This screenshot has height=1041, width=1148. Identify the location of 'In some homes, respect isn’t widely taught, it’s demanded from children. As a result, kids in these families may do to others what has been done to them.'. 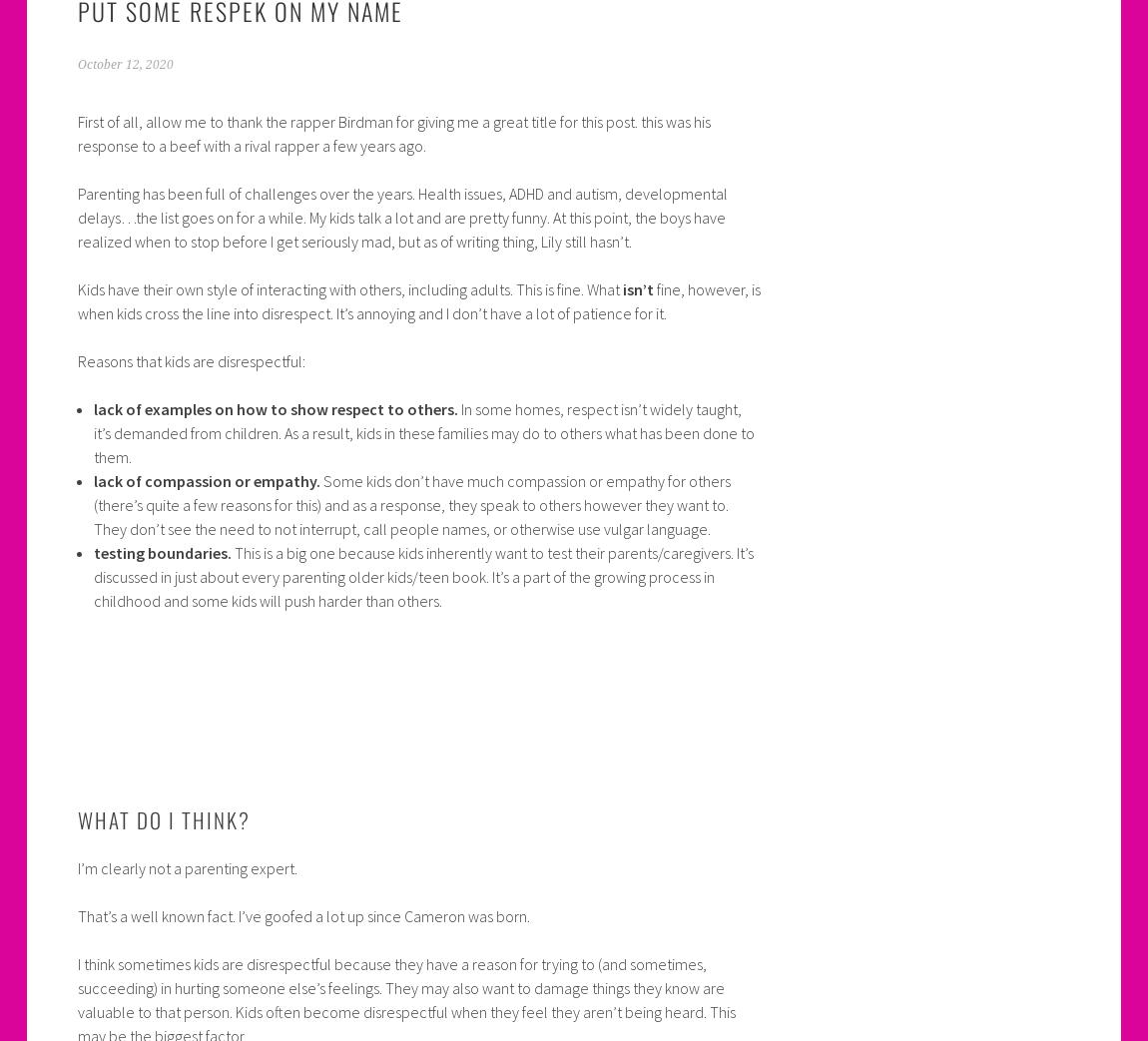
(423, 431).